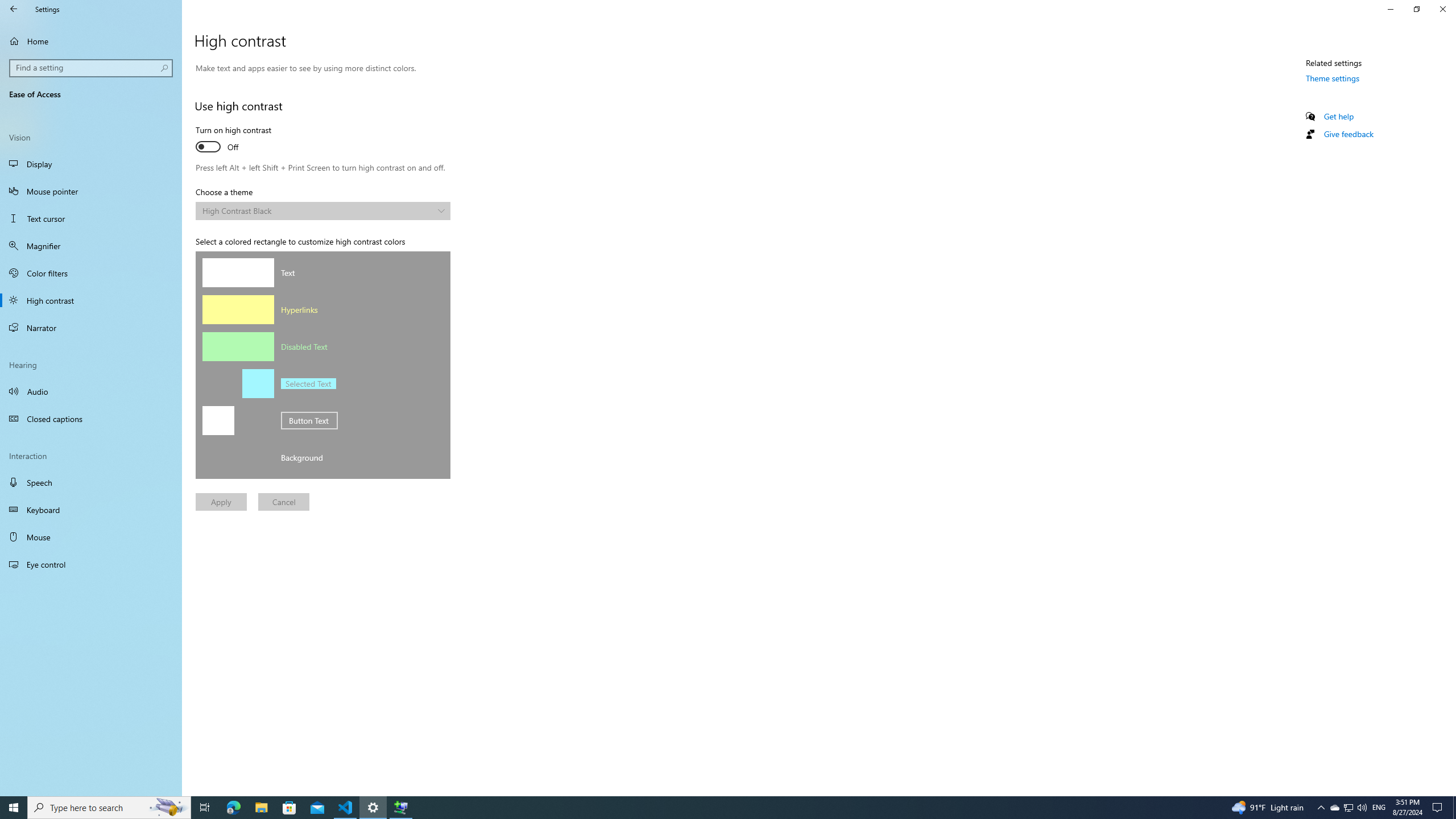 This screenshot has height=819, width=1456. What do you see at coordinates (1442, 9) in the screenshot?
I see `'Close Settings'` at bounding box center [1442, 9].